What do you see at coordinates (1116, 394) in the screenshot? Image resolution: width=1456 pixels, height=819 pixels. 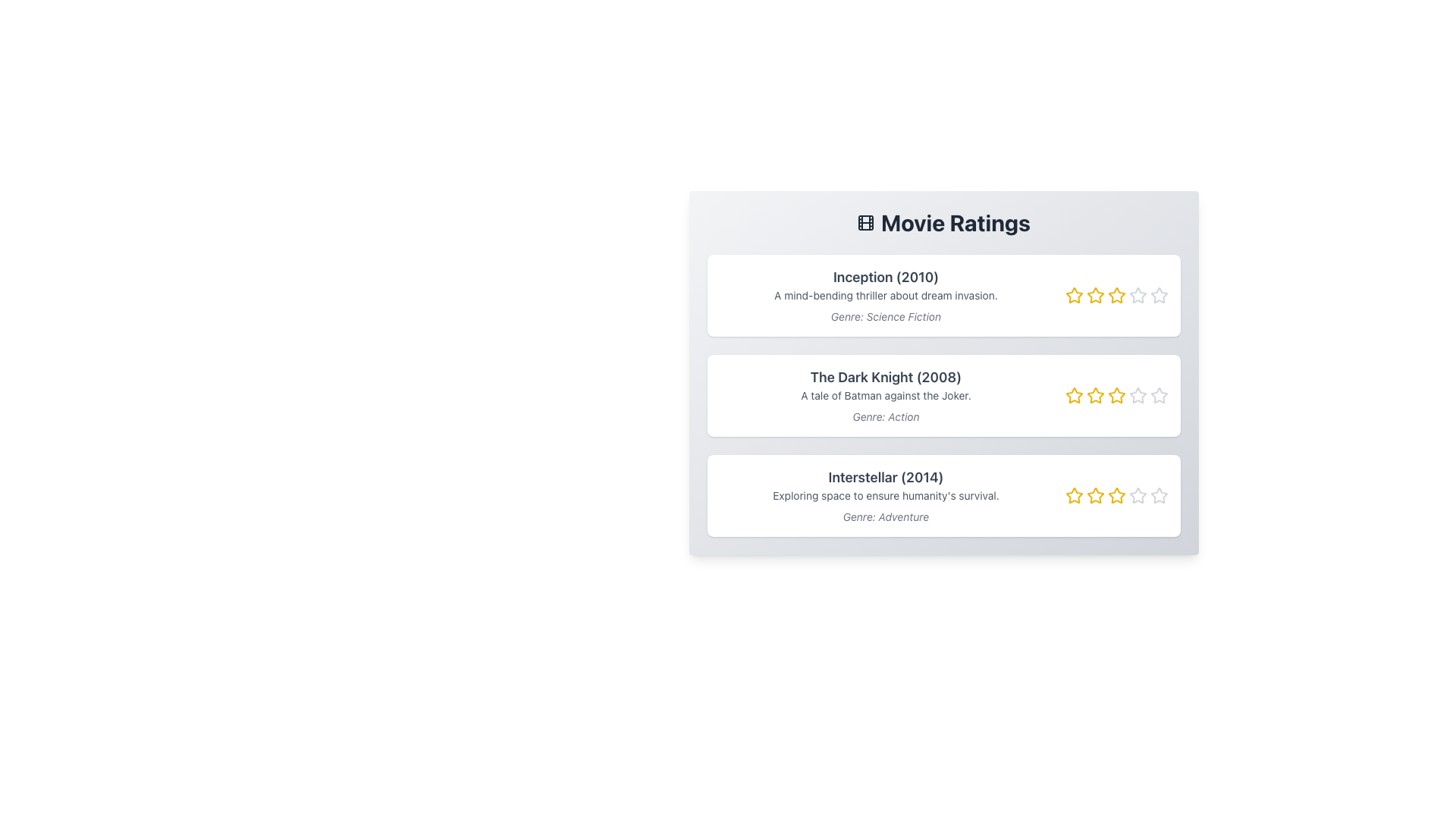 I see `the third star icon in the rating row for the movie 'The Dark Knight (2008)'` at bounding box center [1116, 394].